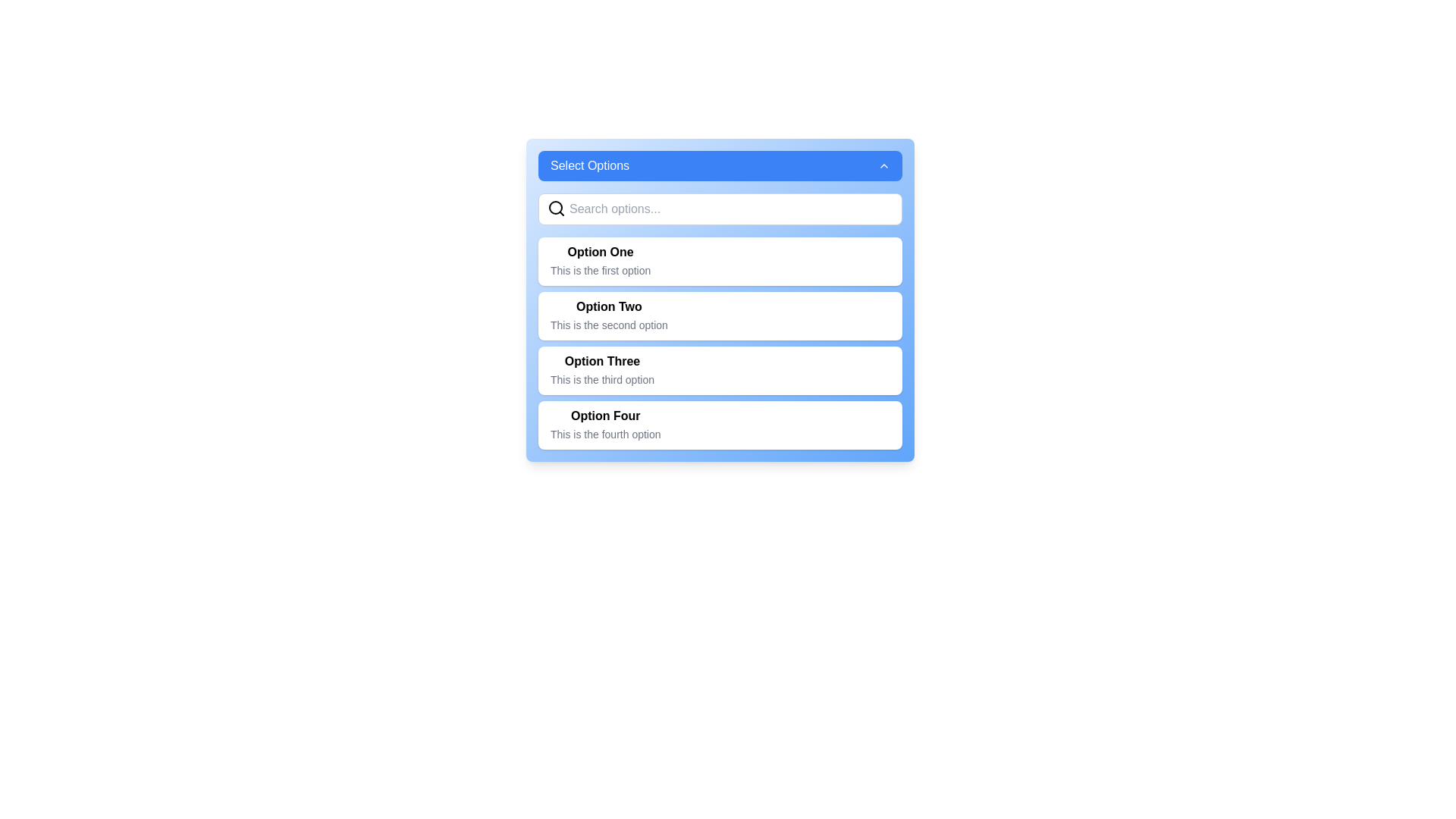 The width and height of the screenshot is (1456, 819). Describe the element at coordinates (720, 321) in the screenshot. I see `the second selectable list item labeled 'Option Two' in the dropdown menu` at that location.